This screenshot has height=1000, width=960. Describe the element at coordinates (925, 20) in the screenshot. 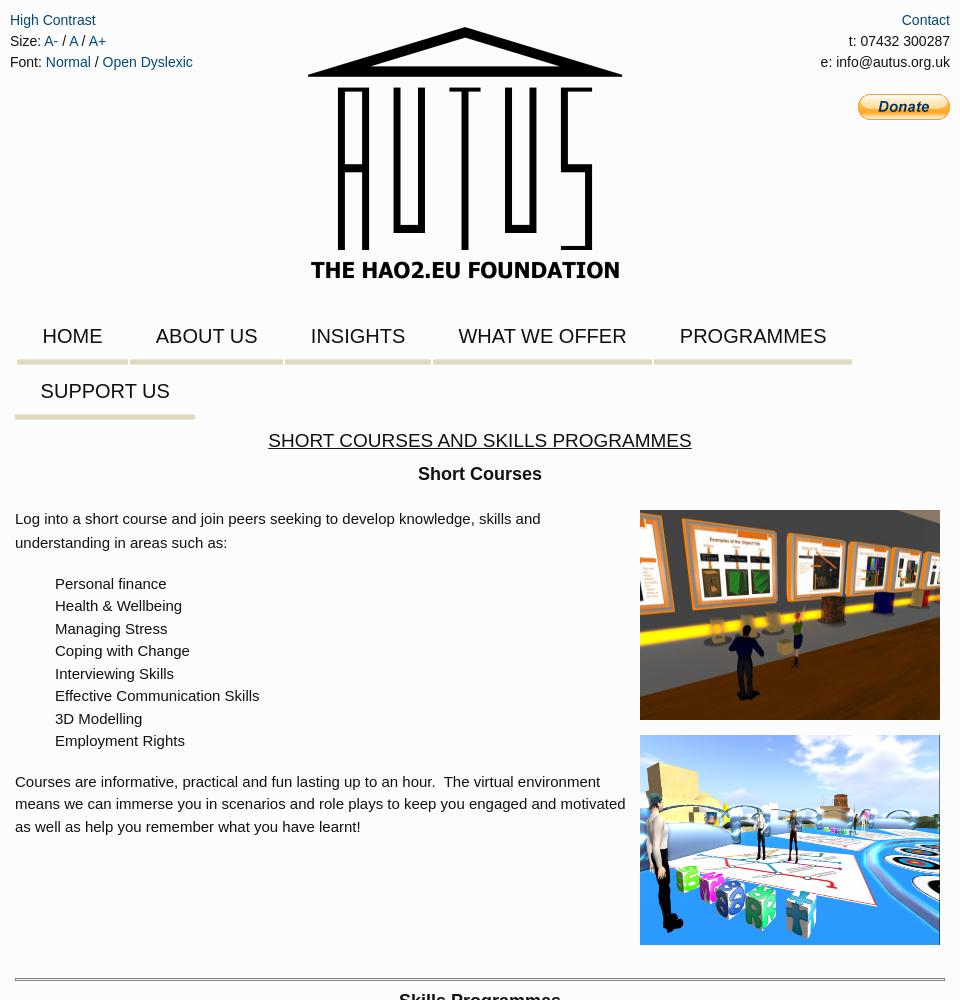

I see `'Contact'` at that location.